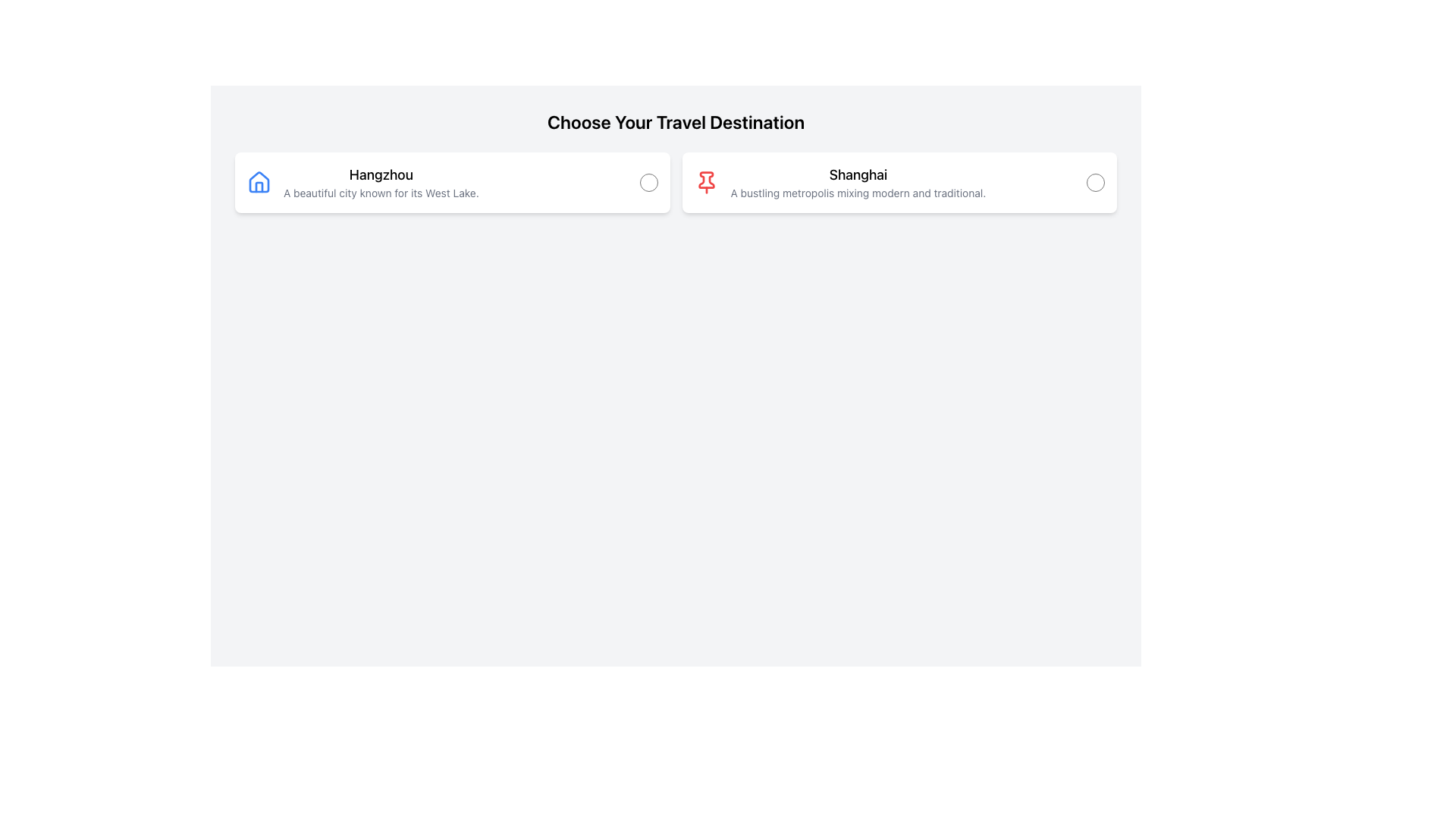 The image size is (1456, 819). I want to click on text block that contains the bold 'Hangzhou' and the smaller grayish description 'A beautiful city known for its West Lake', located in the left card option below the house icon, so click(381, 181).